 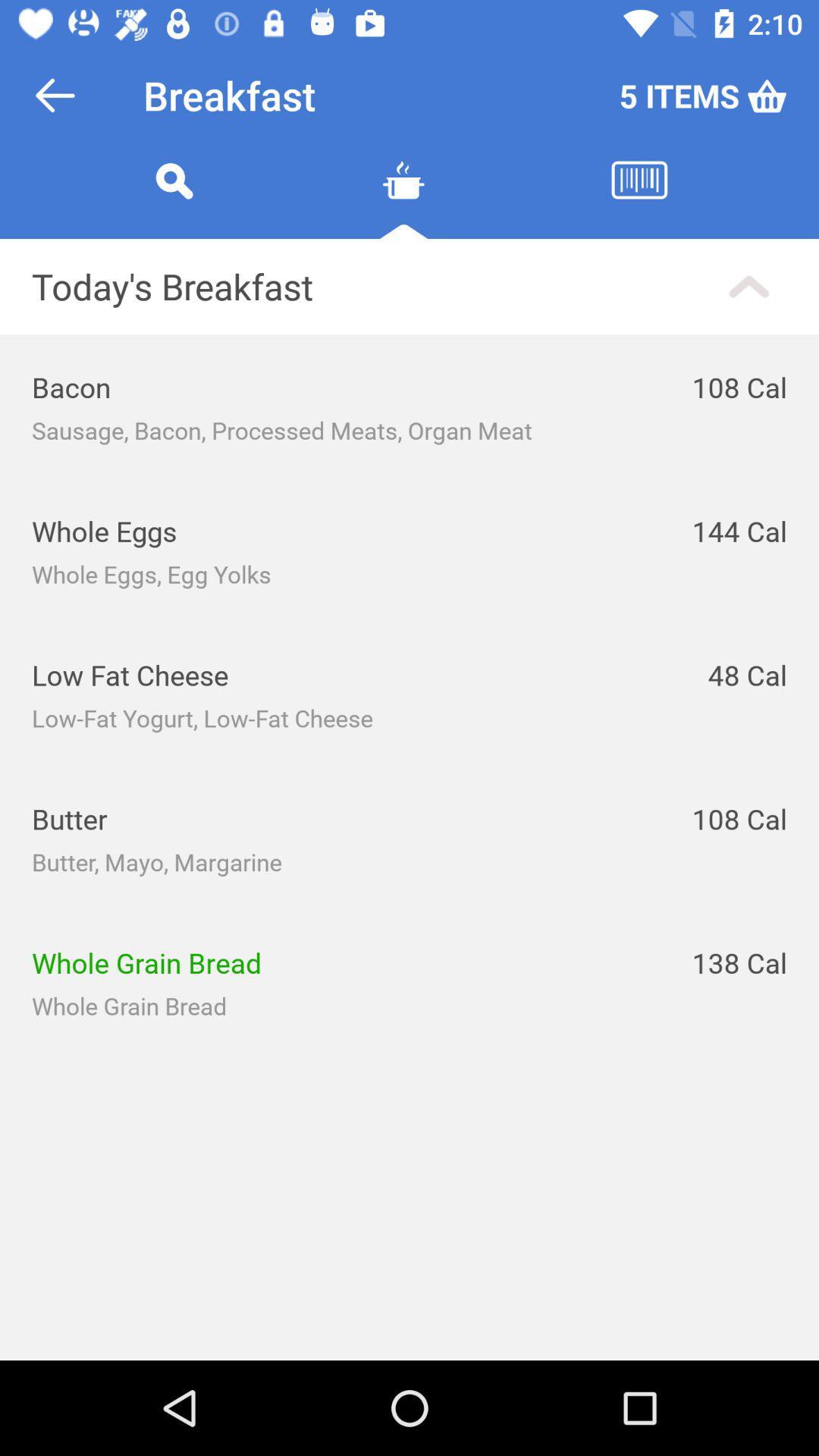 What do you see at coordinates (639, 198) in the screenshot?
I see `lunch menu` at bounding box center [639, 198].